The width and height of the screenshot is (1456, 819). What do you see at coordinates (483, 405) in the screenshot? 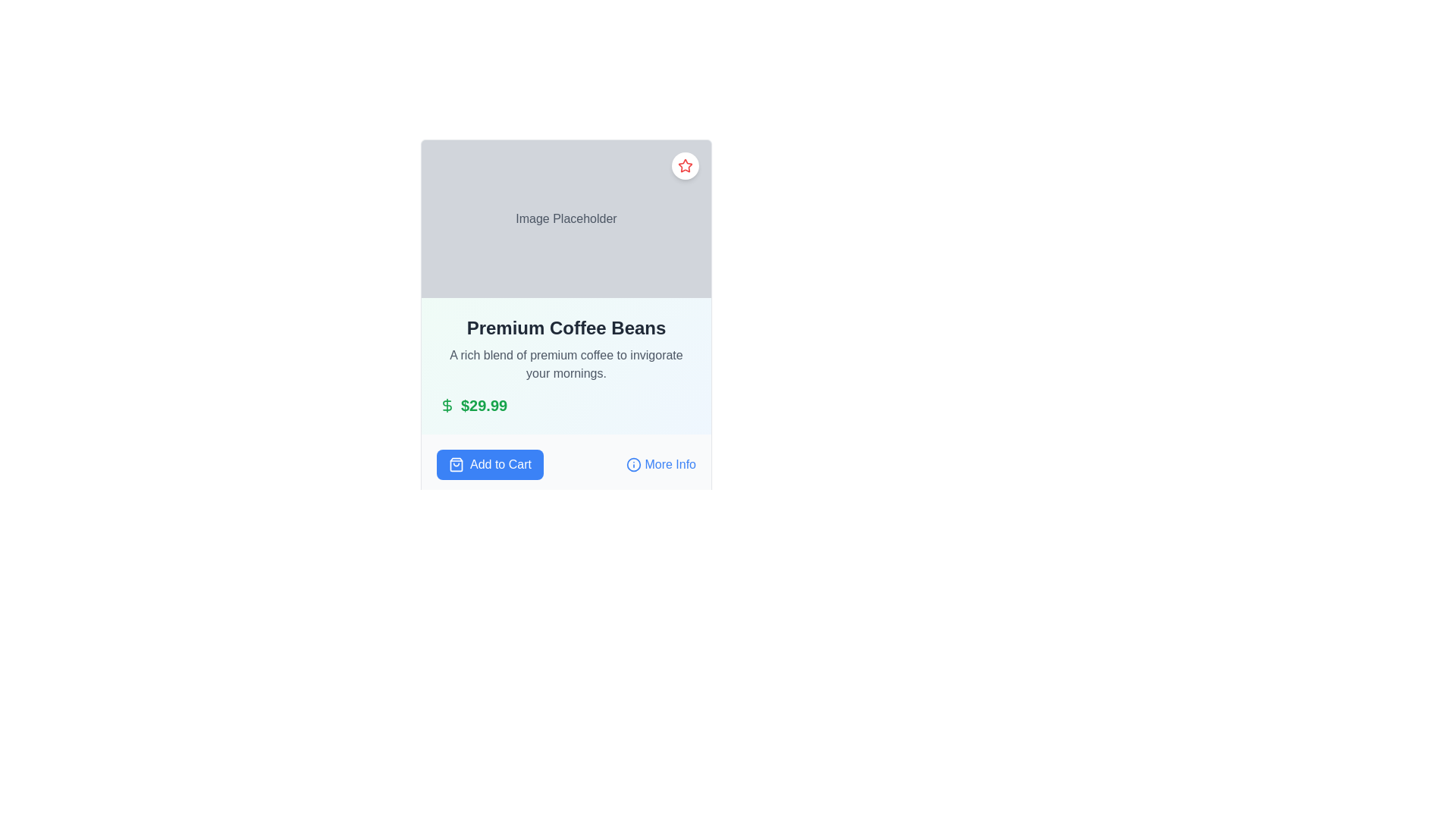
I see `price information displayed in the text element located in the lower section of the product card, to the right of the green dollar sign icon and above the action buttons` at bounding box center [483, 405].